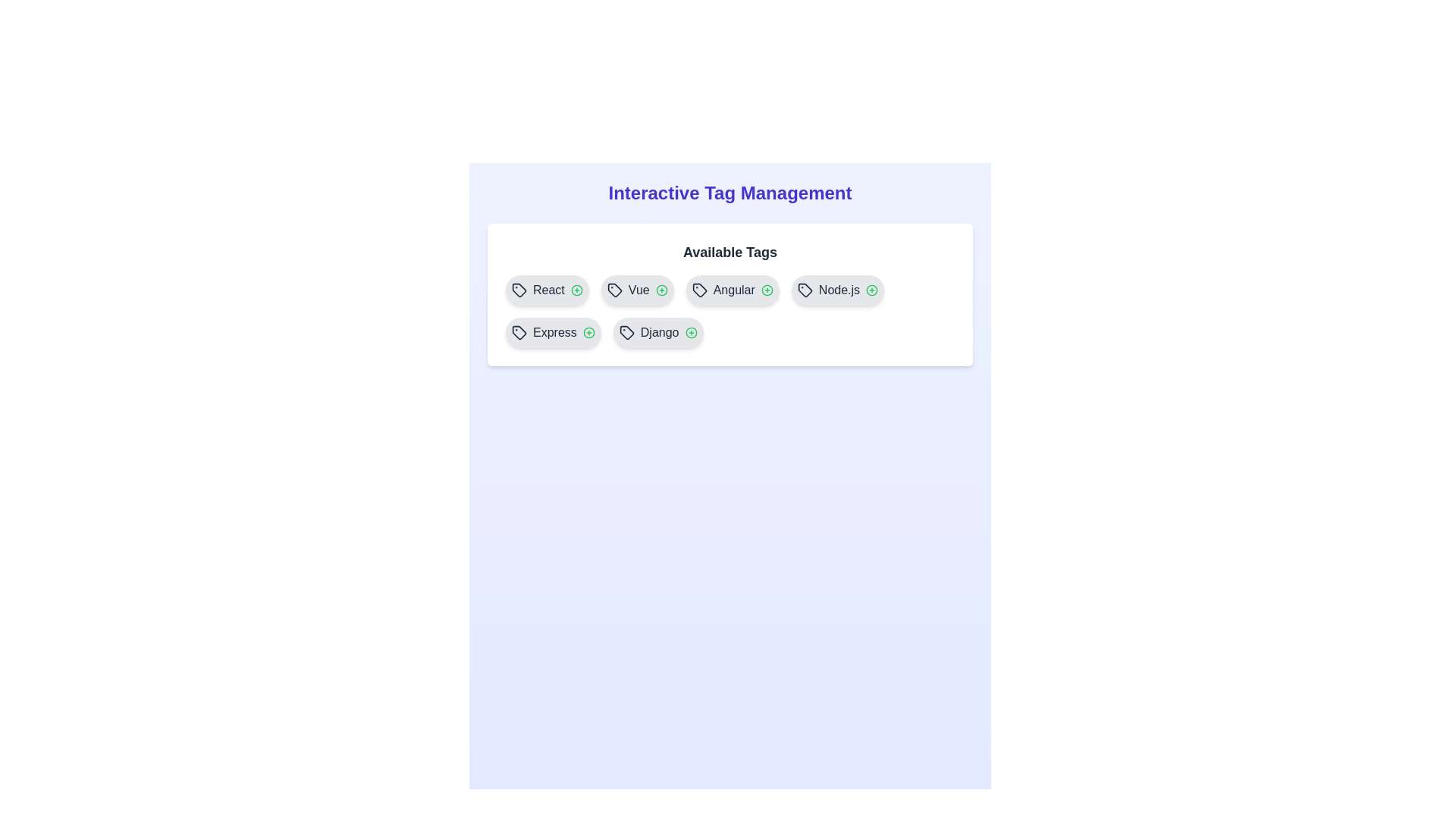 Image resolution: width=1456 pixels, height=819 pixels. I want to click on the circular button that is positioned to the right of the 'Node.js' tag text, so click(872, 290).